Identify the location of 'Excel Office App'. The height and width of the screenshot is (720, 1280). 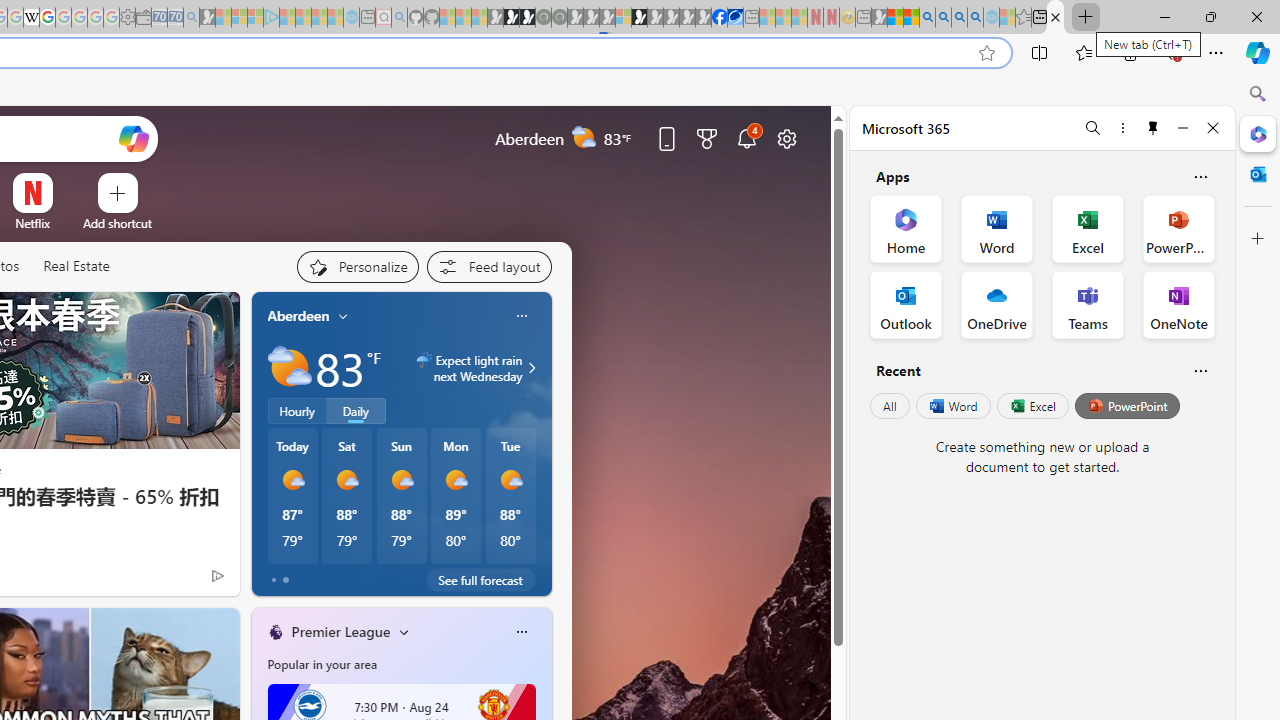
(1087, 227).